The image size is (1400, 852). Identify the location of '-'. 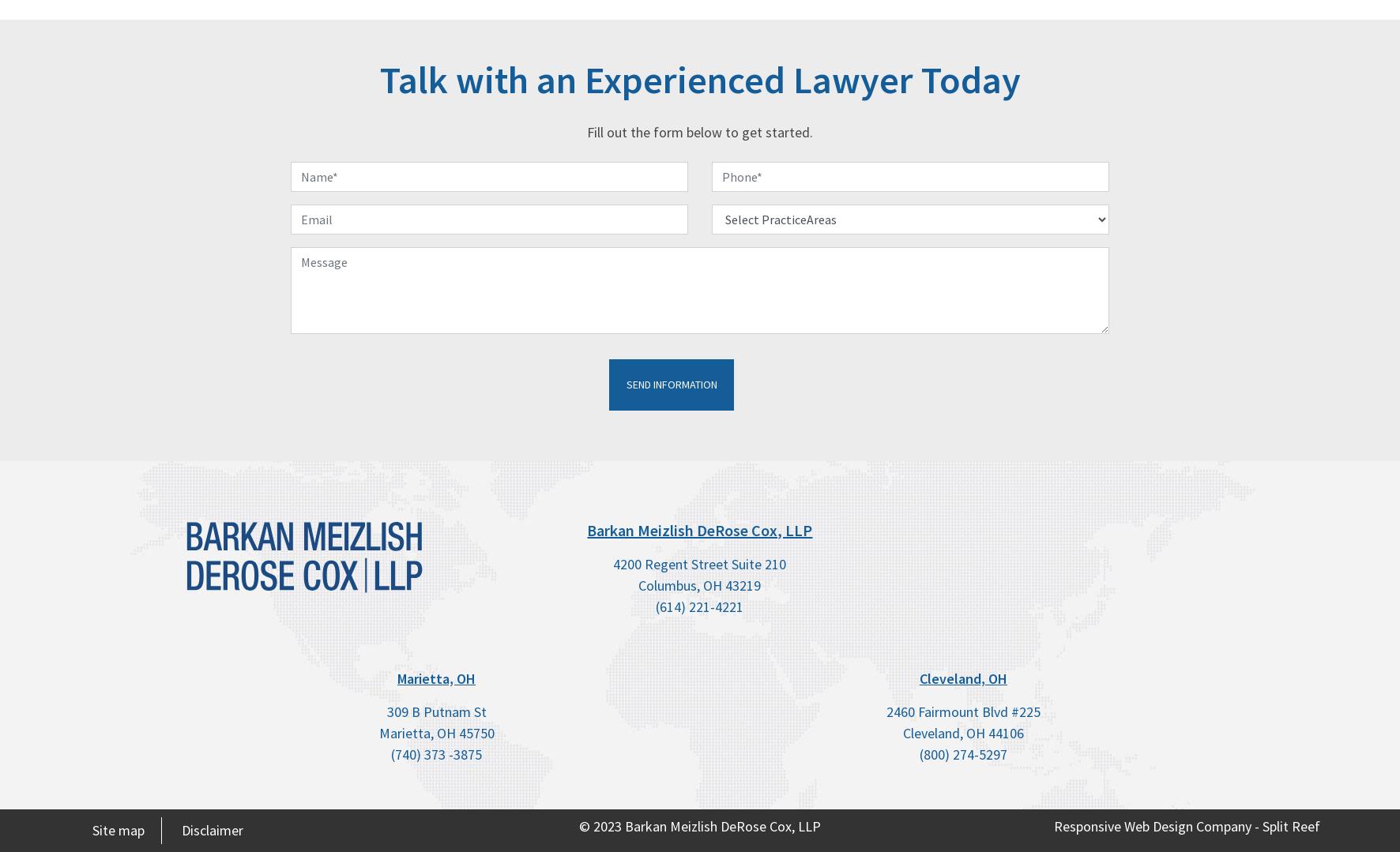
(1255, 824).